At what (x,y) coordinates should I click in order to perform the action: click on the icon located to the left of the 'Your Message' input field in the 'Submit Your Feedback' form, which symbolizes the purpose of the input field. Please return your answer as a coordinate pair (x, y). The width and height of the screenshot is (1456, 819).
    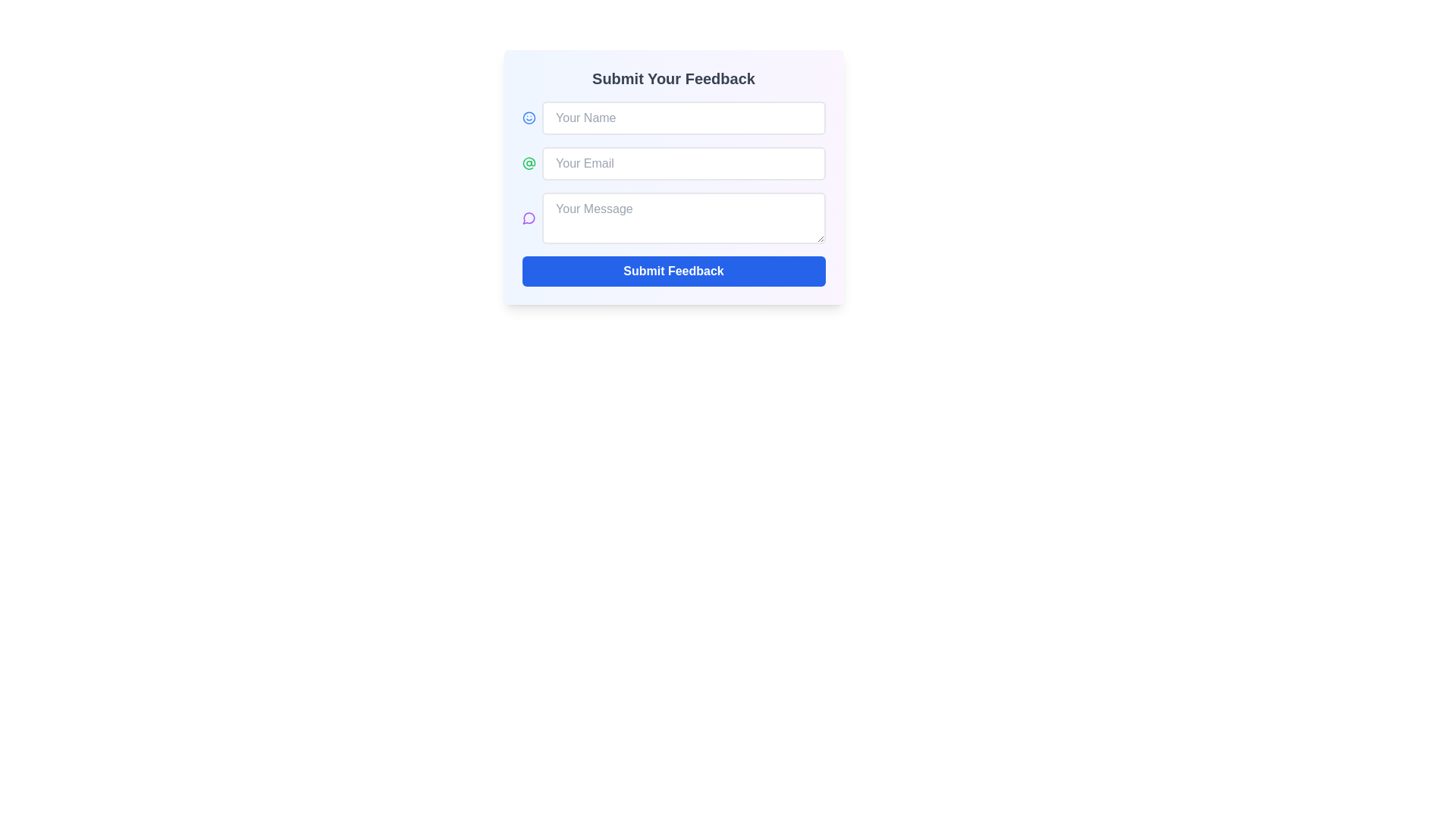
    Looking at the image, I should click on (529, 218).